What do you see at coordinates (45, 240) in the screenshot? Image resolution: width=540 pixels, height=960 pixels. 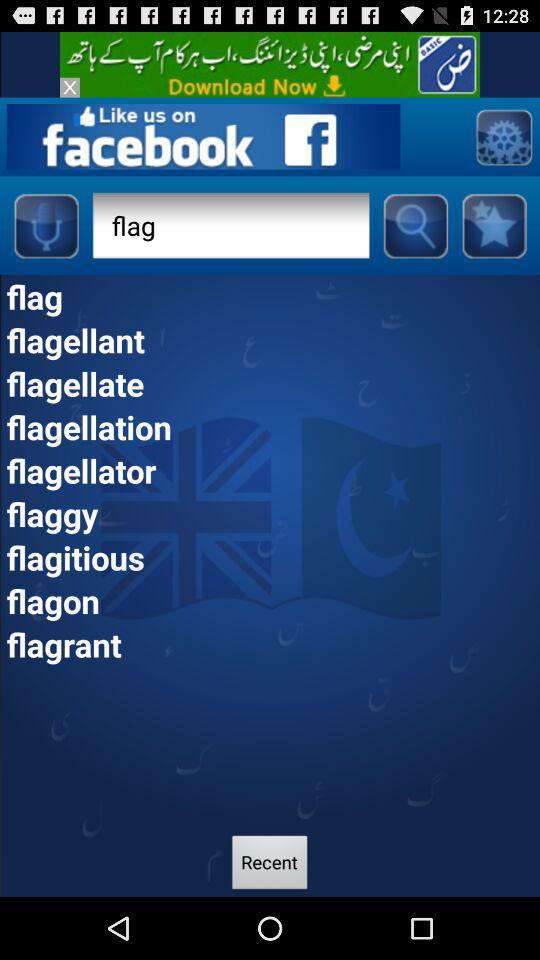 I see `the microphone icon` at bounding box center [45, 240].